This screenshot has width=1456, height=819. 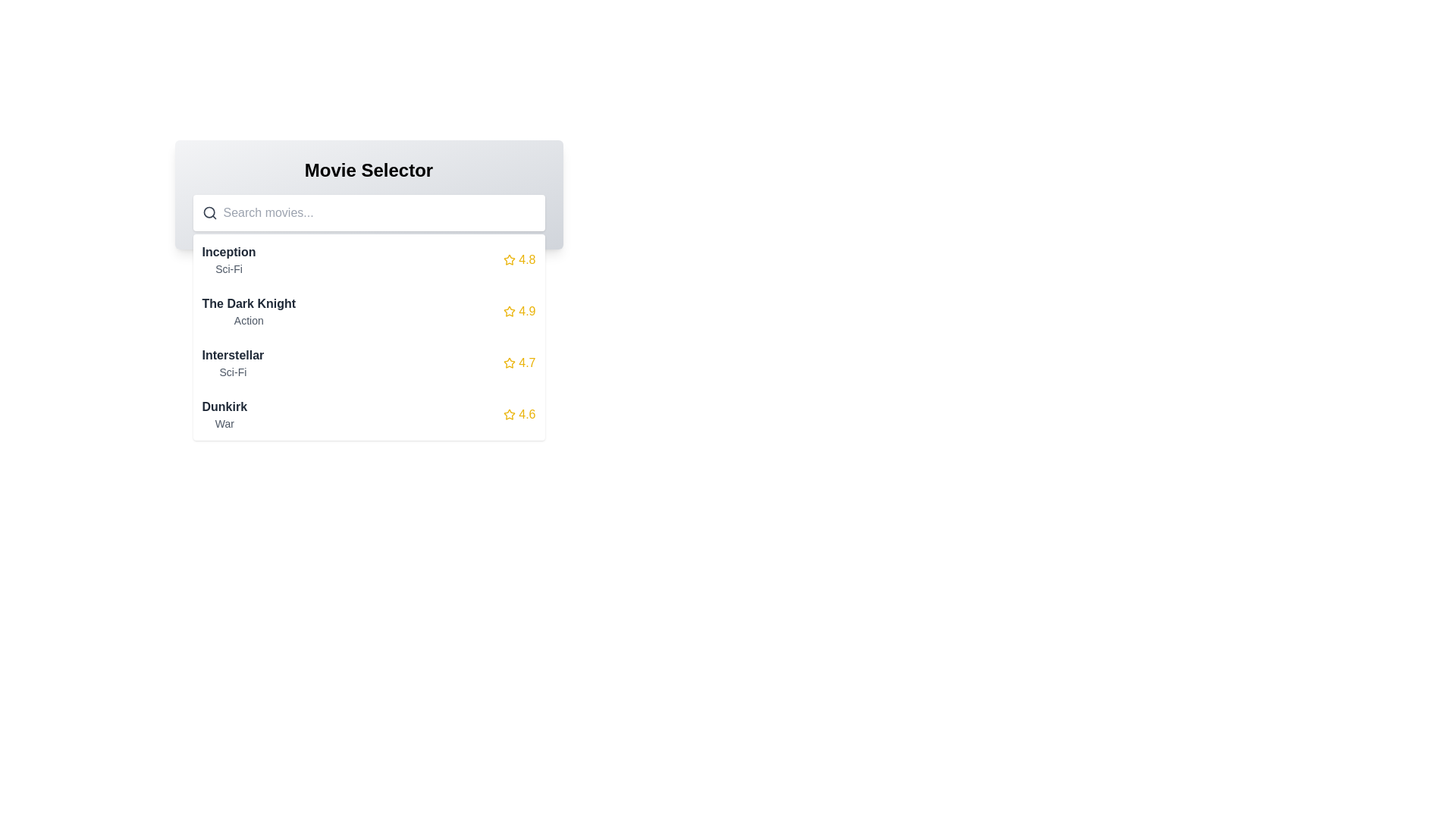 What do you see at coordinates (208, 212) in the screenshot?
I see `the circular lens of the magnifying glass icon used for search functionality, located in the top section of the interface, directly left of the Search movies placeholder text field` at bounding box center [208, 212].